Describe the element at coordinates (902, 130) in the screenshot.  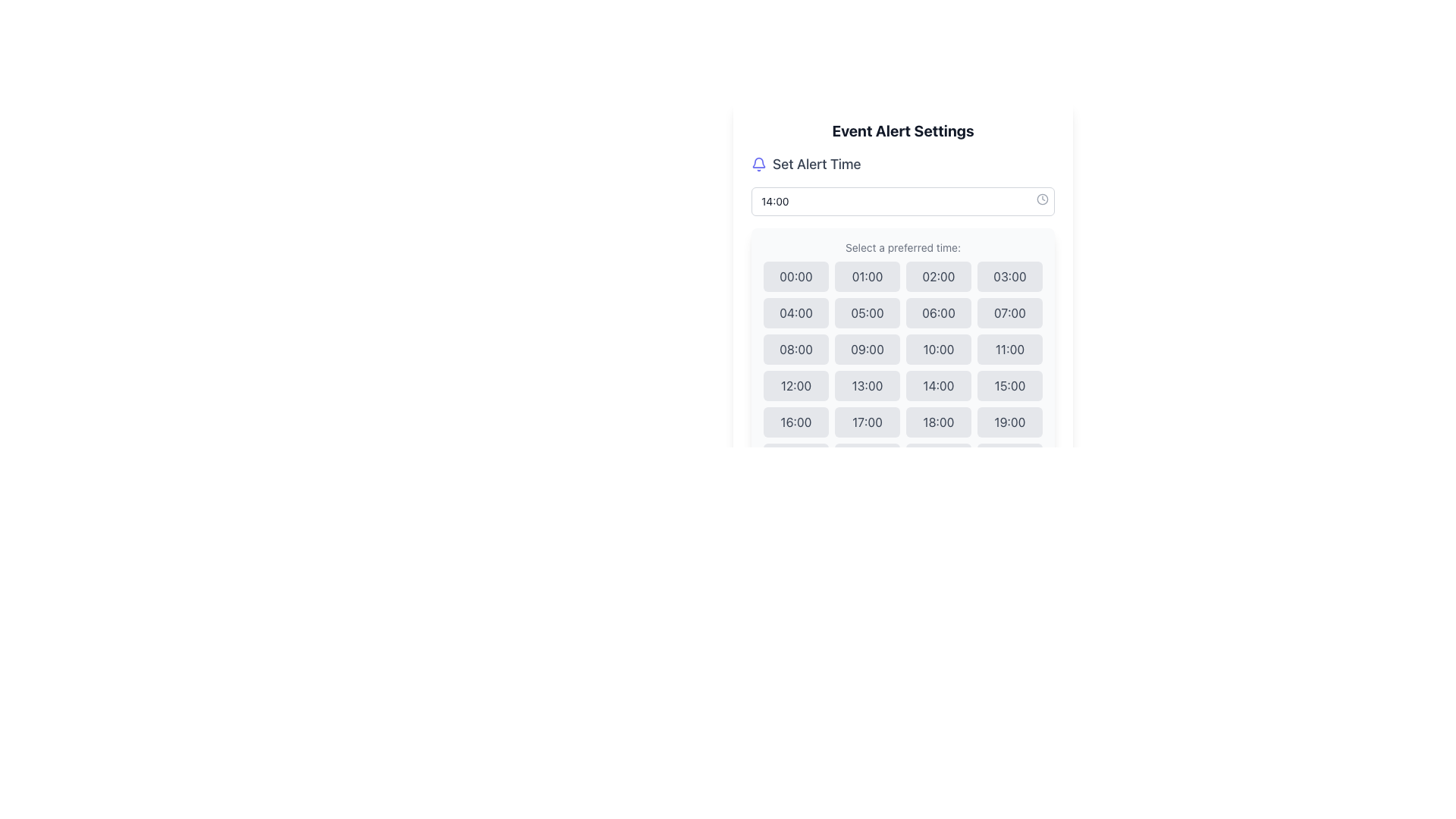
I see `the Text Header element that serves as a title for managing event alert settings, positioned at the top of the component above the 'Set Alert Time' section` at that location.